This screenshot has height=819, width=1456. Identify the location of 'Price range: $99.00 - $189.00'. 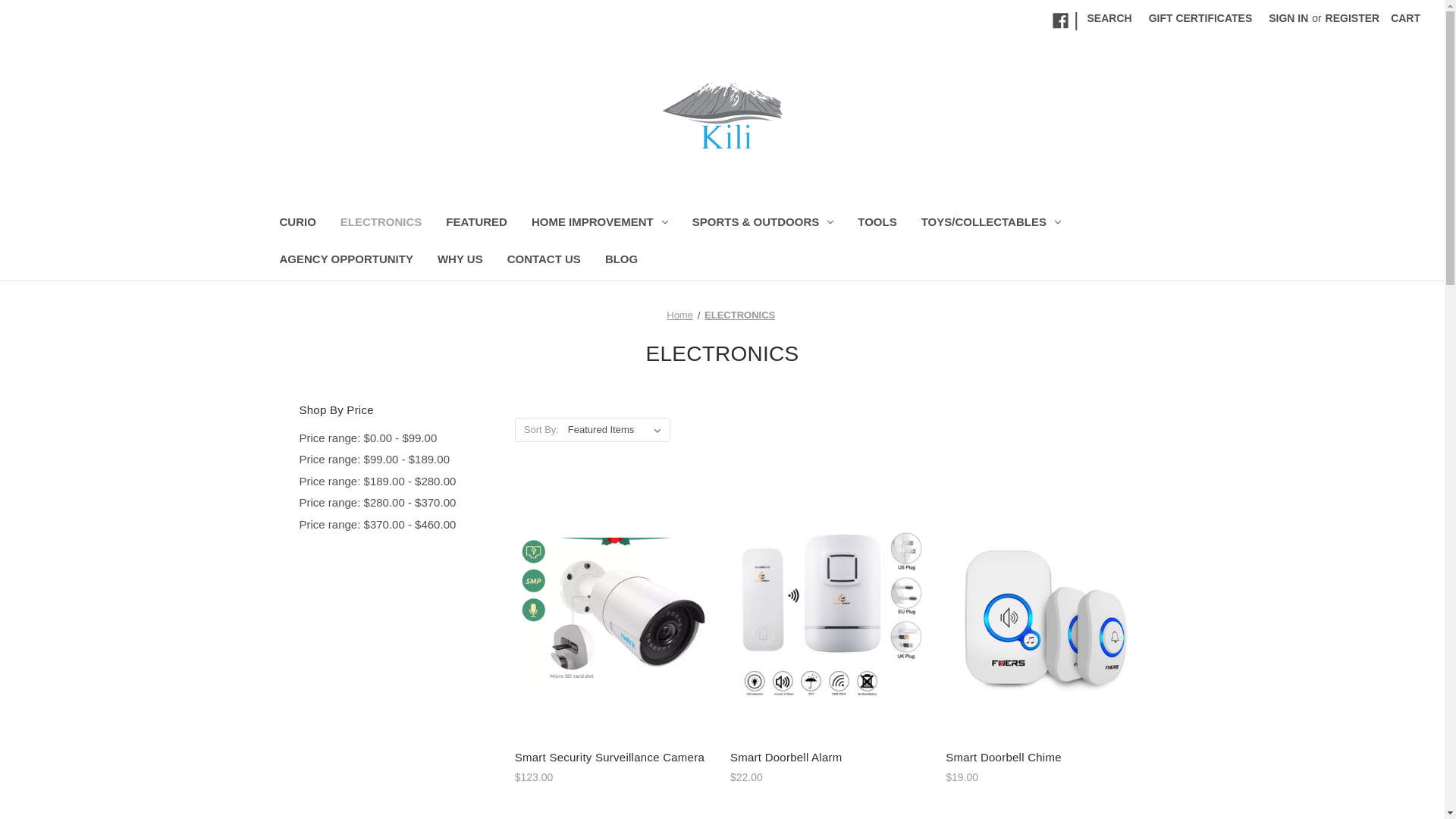
(298, 459).